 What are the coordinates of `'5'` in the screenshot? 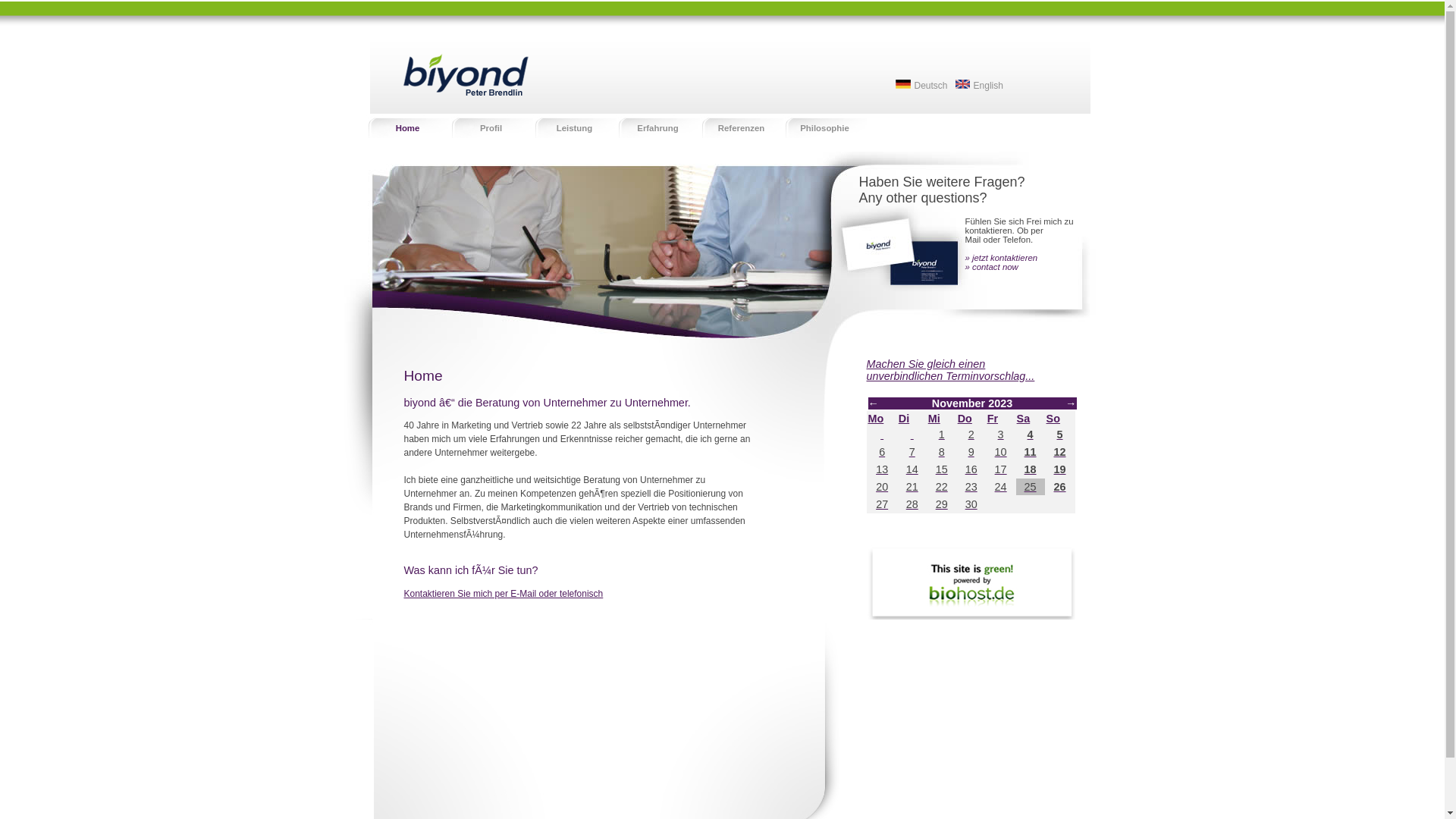 It's located at (1059, 435).